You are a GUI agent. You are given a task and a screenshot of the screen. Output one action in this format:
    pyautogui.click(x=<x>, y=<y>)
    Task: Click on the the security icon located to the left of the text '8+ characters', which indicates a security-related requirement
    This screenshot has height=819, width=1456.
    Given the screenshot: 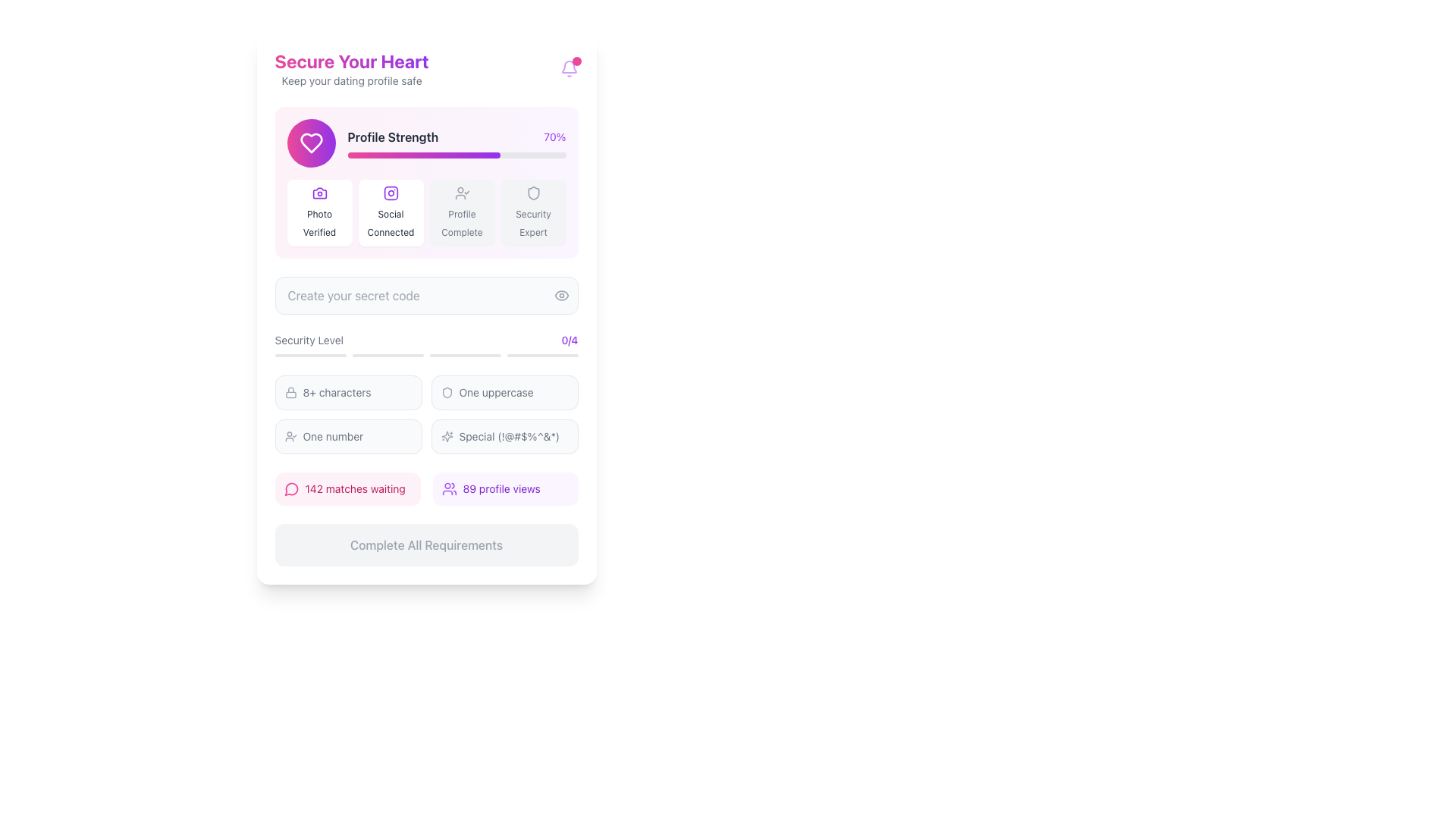 What is the action you would take?
    pyautogui.click(x=290, y=391)
    